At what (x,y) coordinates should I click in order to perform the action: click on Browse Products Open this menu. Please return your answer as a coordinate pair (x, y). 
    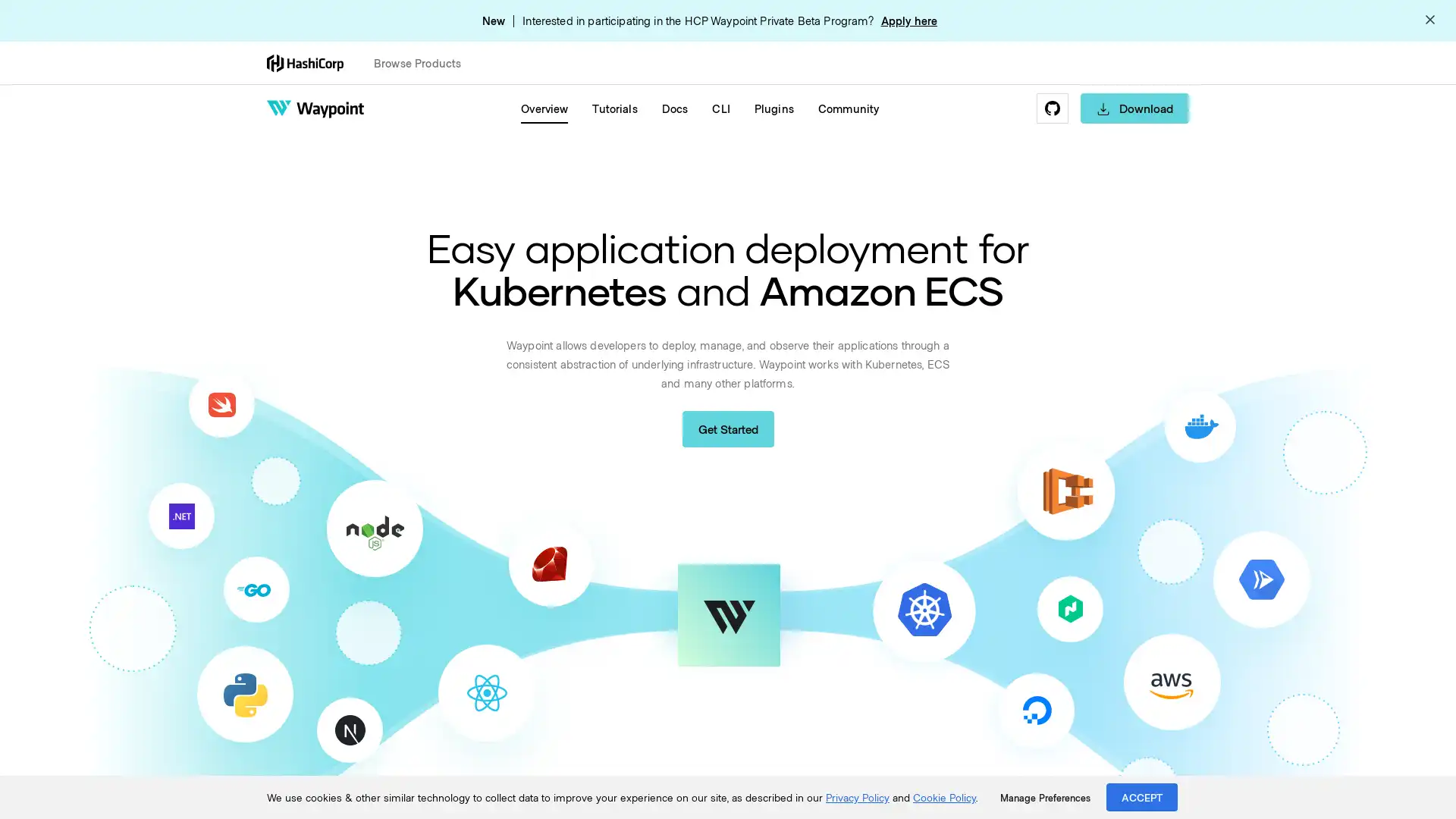
    Looking at the image, I should click on (424, 62).